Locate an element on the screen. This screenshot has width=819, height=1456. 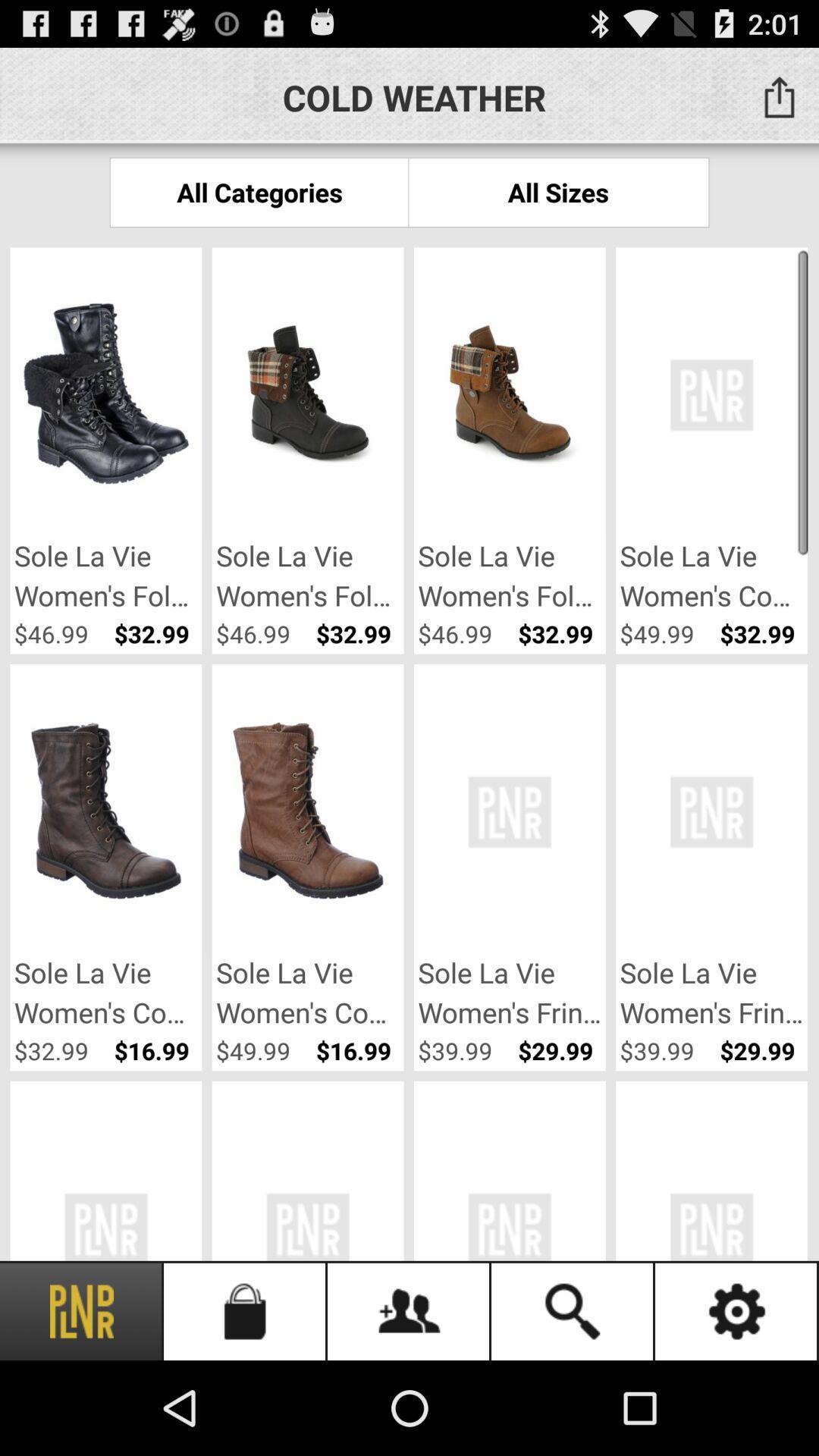
icon next to all categories icon is located at coordinates (558, 191).